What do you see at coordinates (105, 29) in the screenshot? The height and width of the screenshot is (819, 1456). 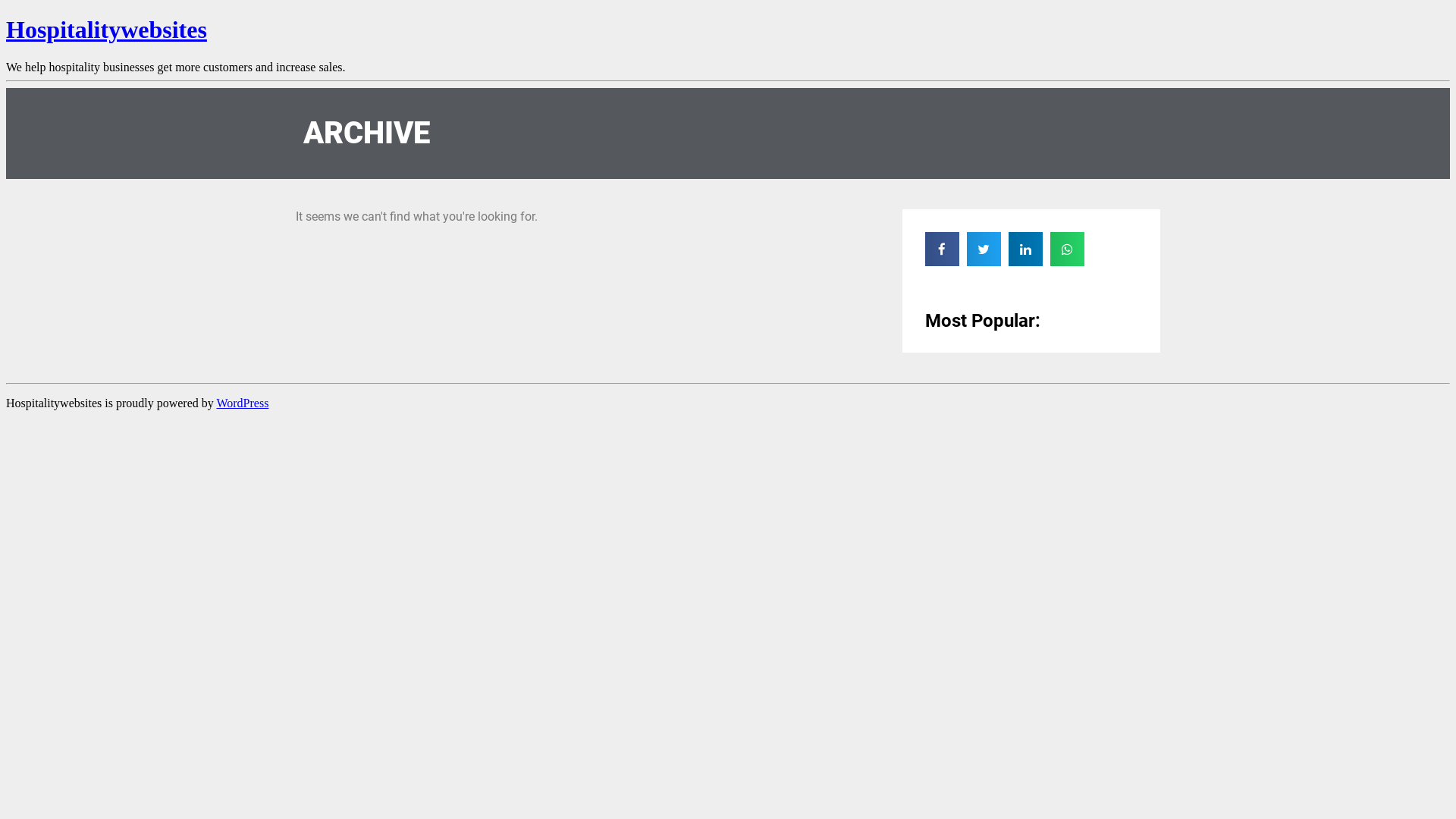 I see `'Hospitalitywebsites'` at bounding box center [105, 29].